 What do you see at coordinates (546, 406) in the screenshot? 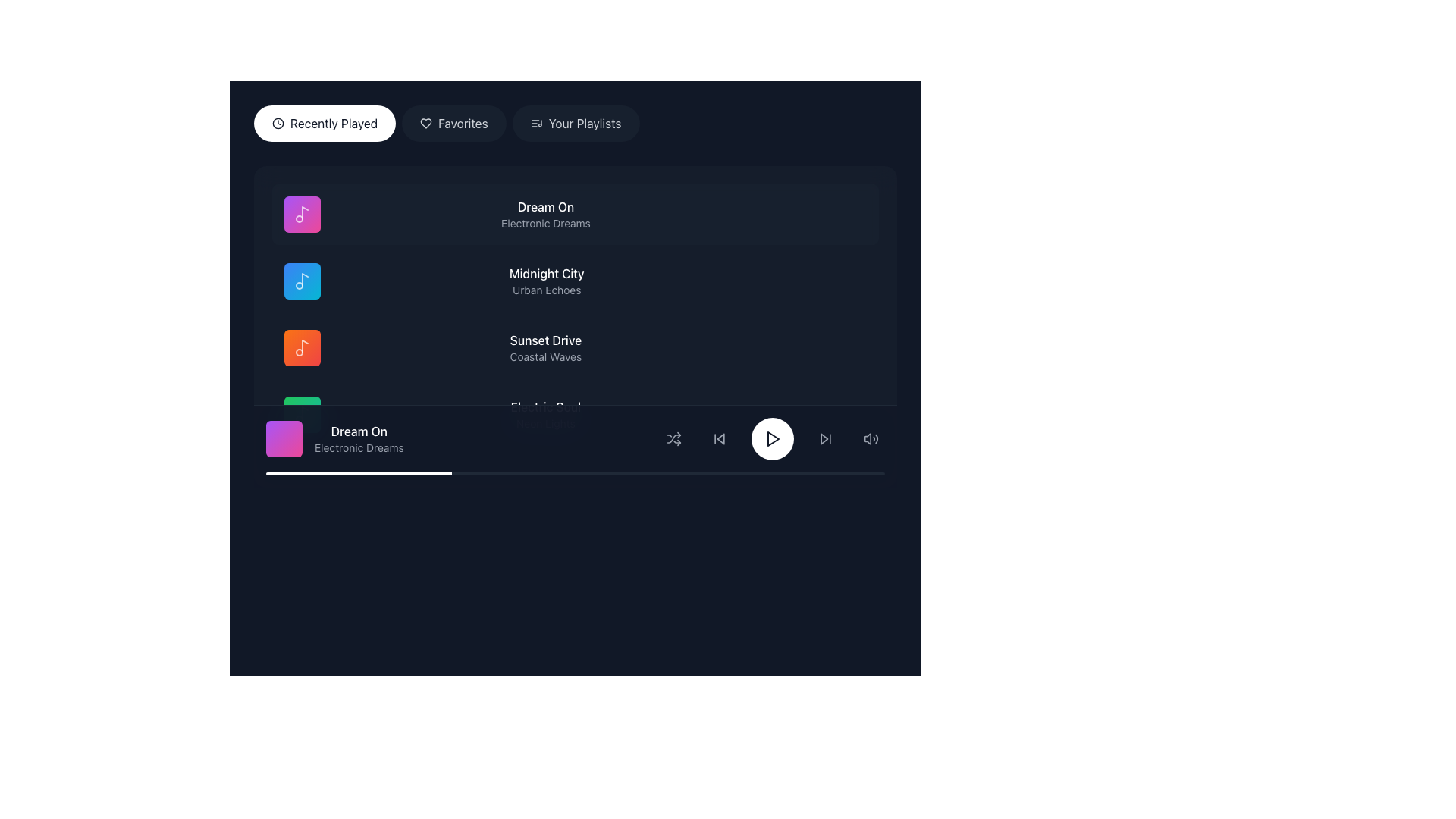
I see `the text label displaying 'Electric Soul' in a dark-themed music interface, which is styled in white font and positioned above the smaller gray text 'Neon Lights'` at bounding box center [546, 406].